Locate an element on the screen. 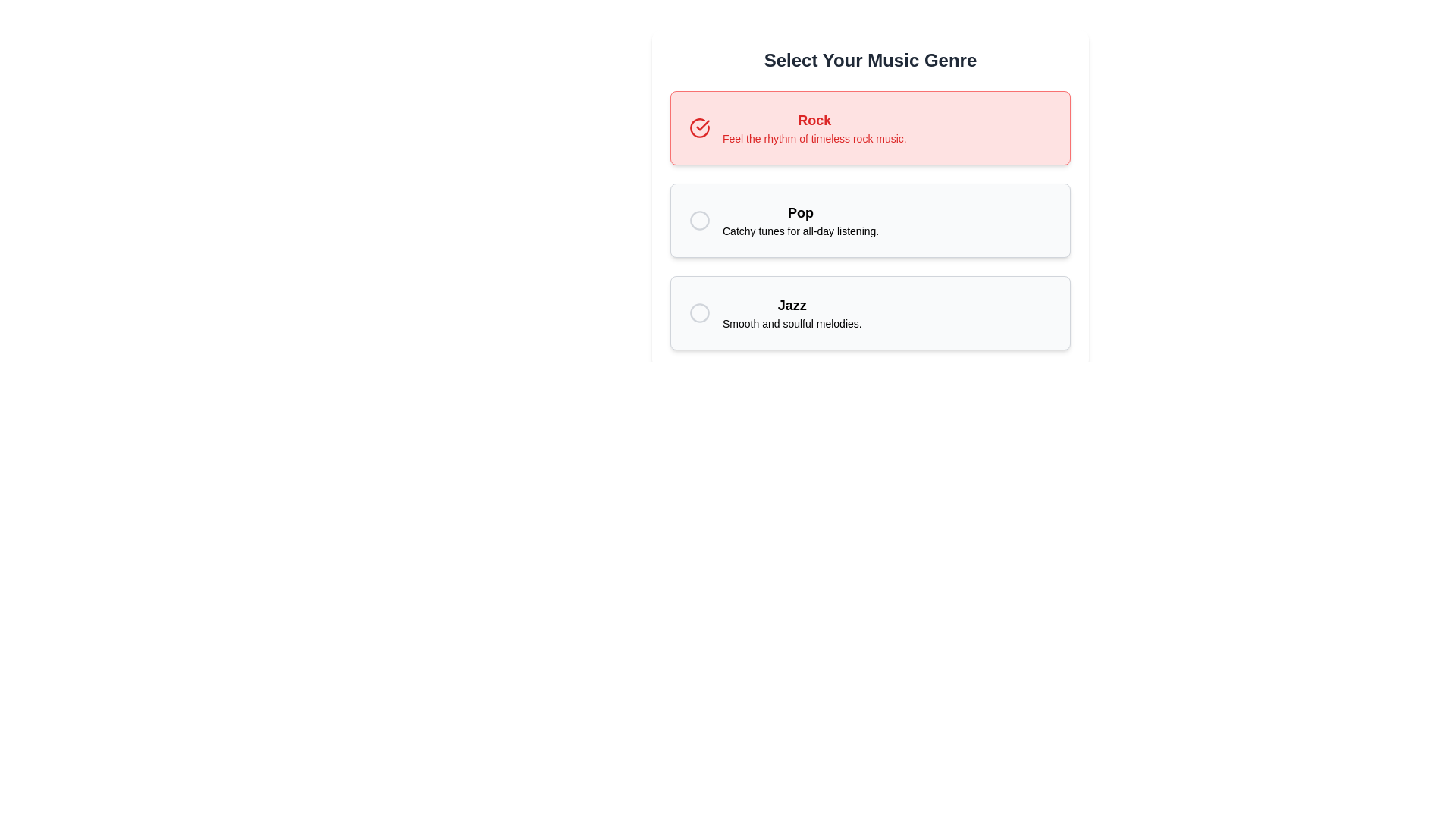 The height and width of the screenshot is (819, 1456). the 'Jazz' title text label within the 'Select Your Music Genre' section, which is positioned above the lower description text and below the 'Pop' option is located at coordinates (791, 305).